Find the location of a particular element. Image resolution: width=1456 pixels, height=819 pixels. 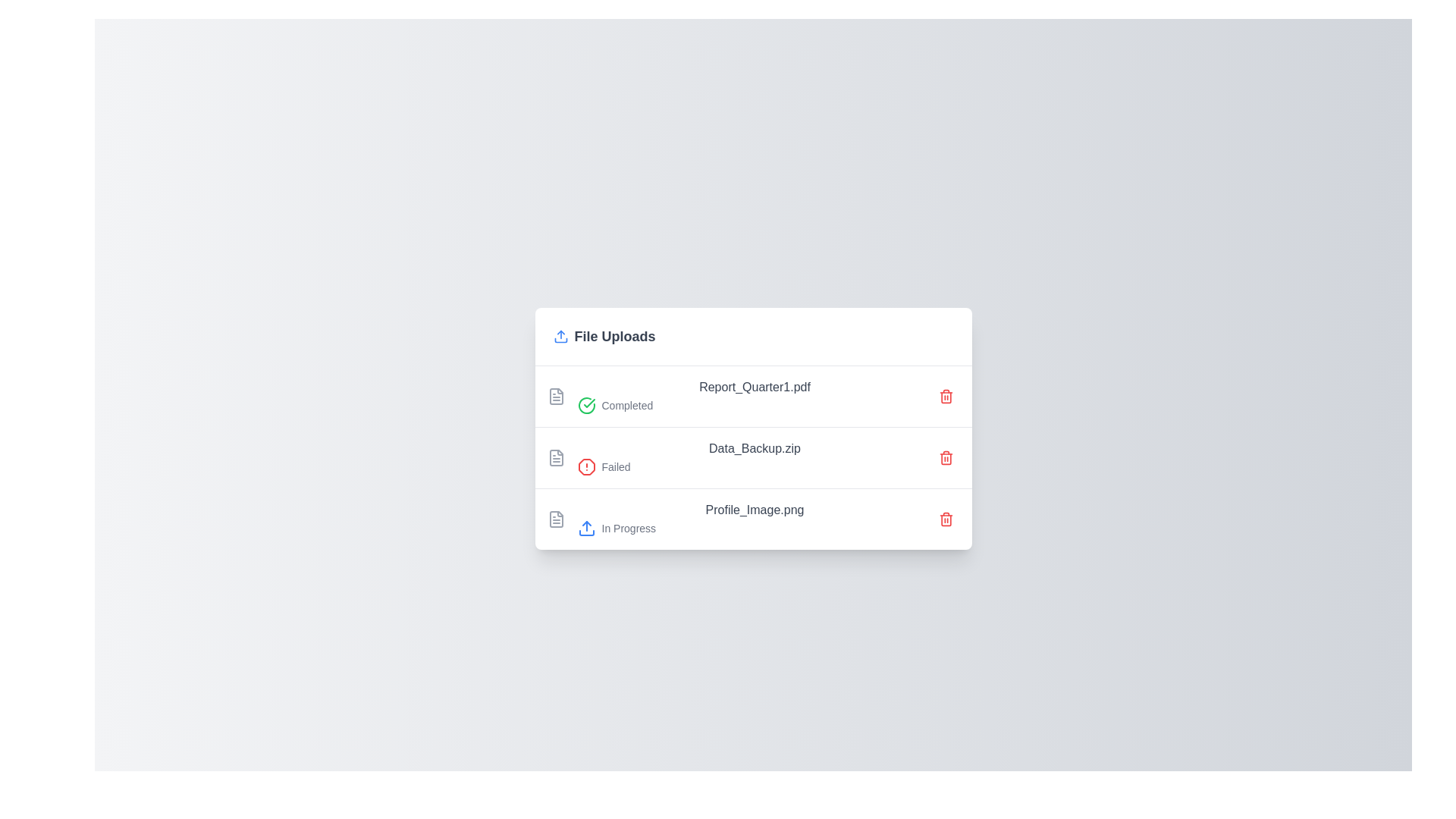

the trash icon button to the right of the file name 'Data_Backup.zip' and the status 'Failed' in the 'File Uploads' interface is located at coordinates (945, 457).